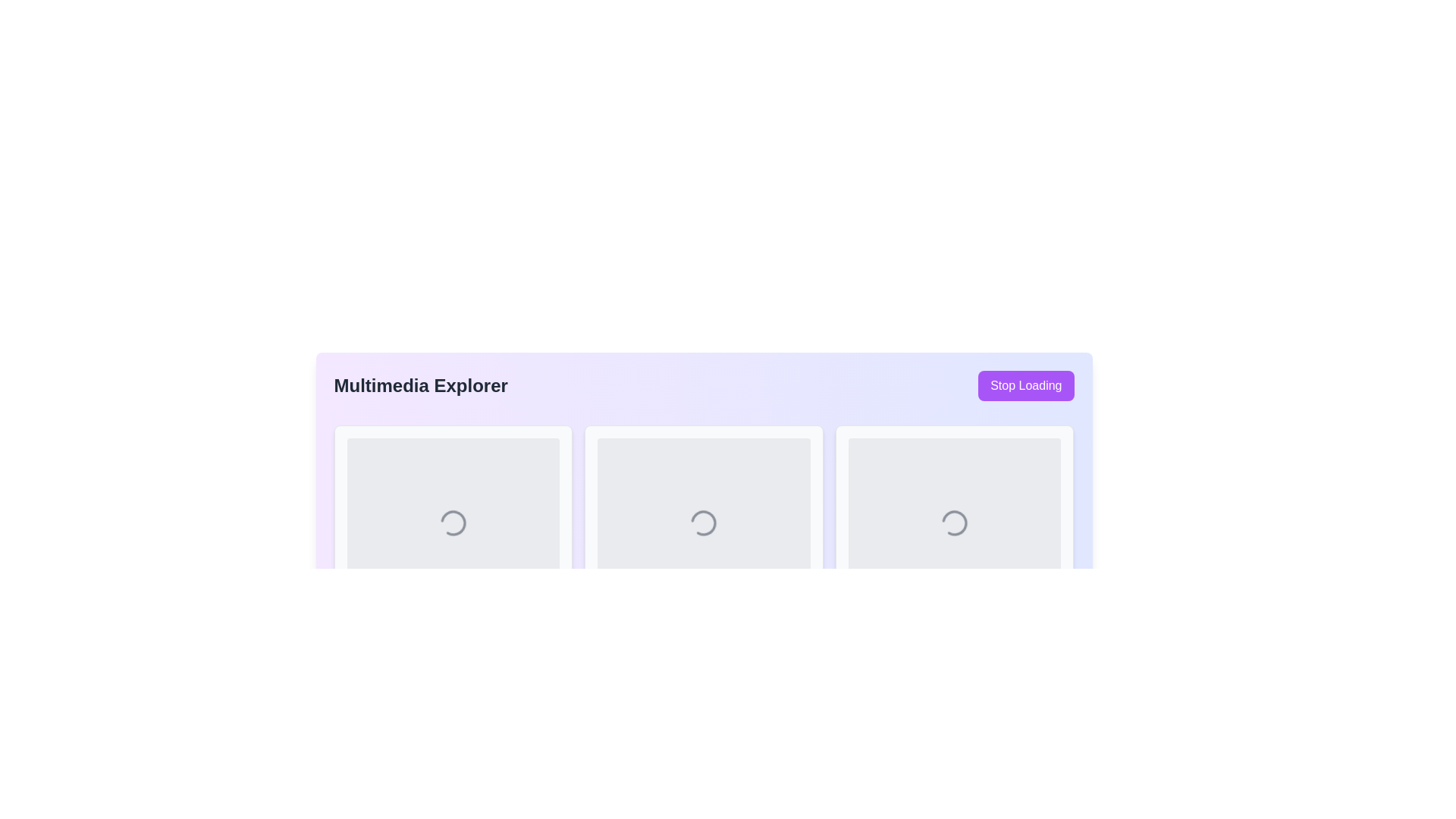 The width and height of the screenshot is (1456, 819). I want to click on the central circular loader animation spinner icon, so click(703, 522).